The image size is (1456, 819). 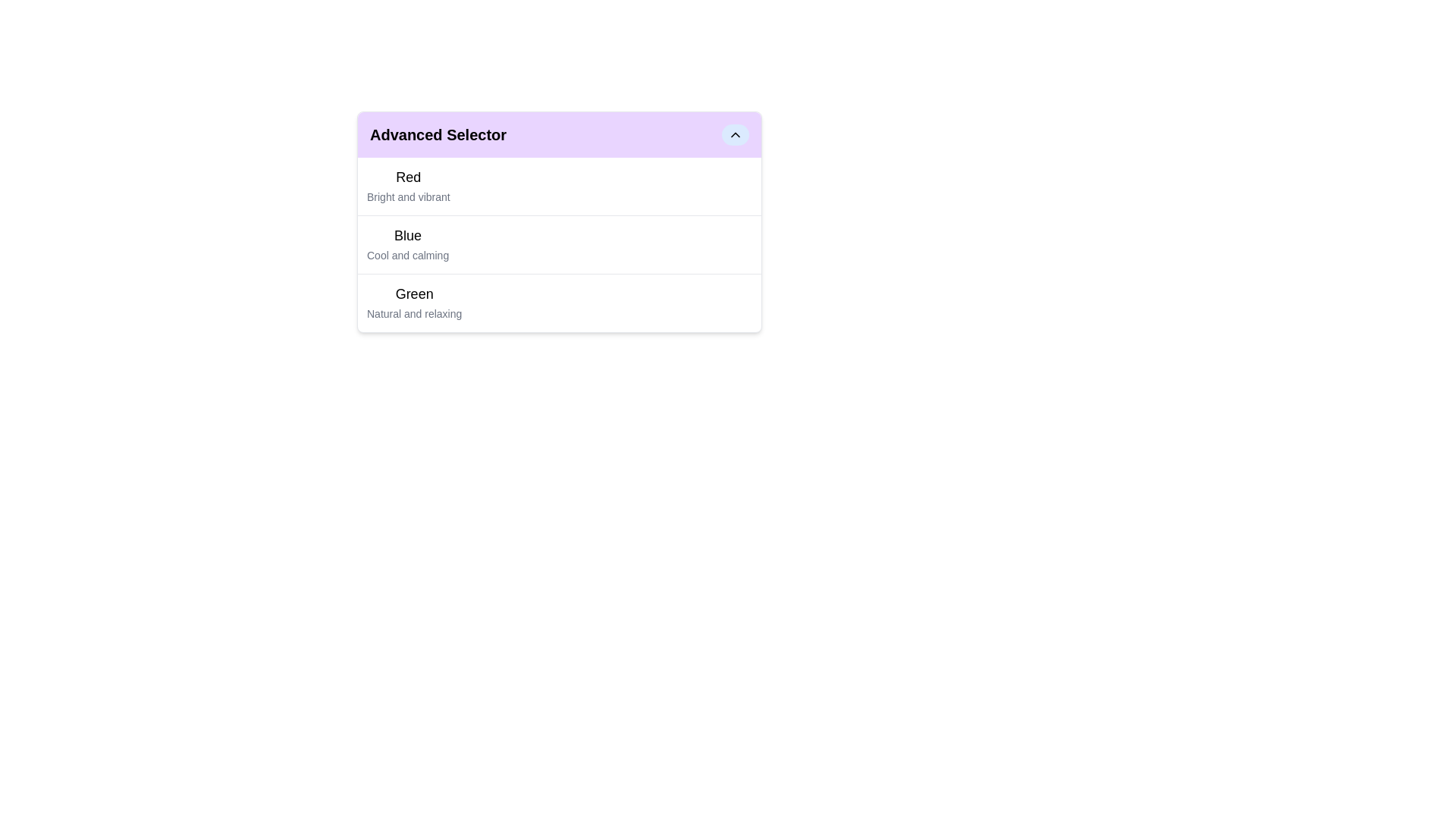 What do you see at coordinates (559, 186) in the screenshot?
I see `the first selectable item in the menu labeled 'Red'` at bounding box center [559, 186].